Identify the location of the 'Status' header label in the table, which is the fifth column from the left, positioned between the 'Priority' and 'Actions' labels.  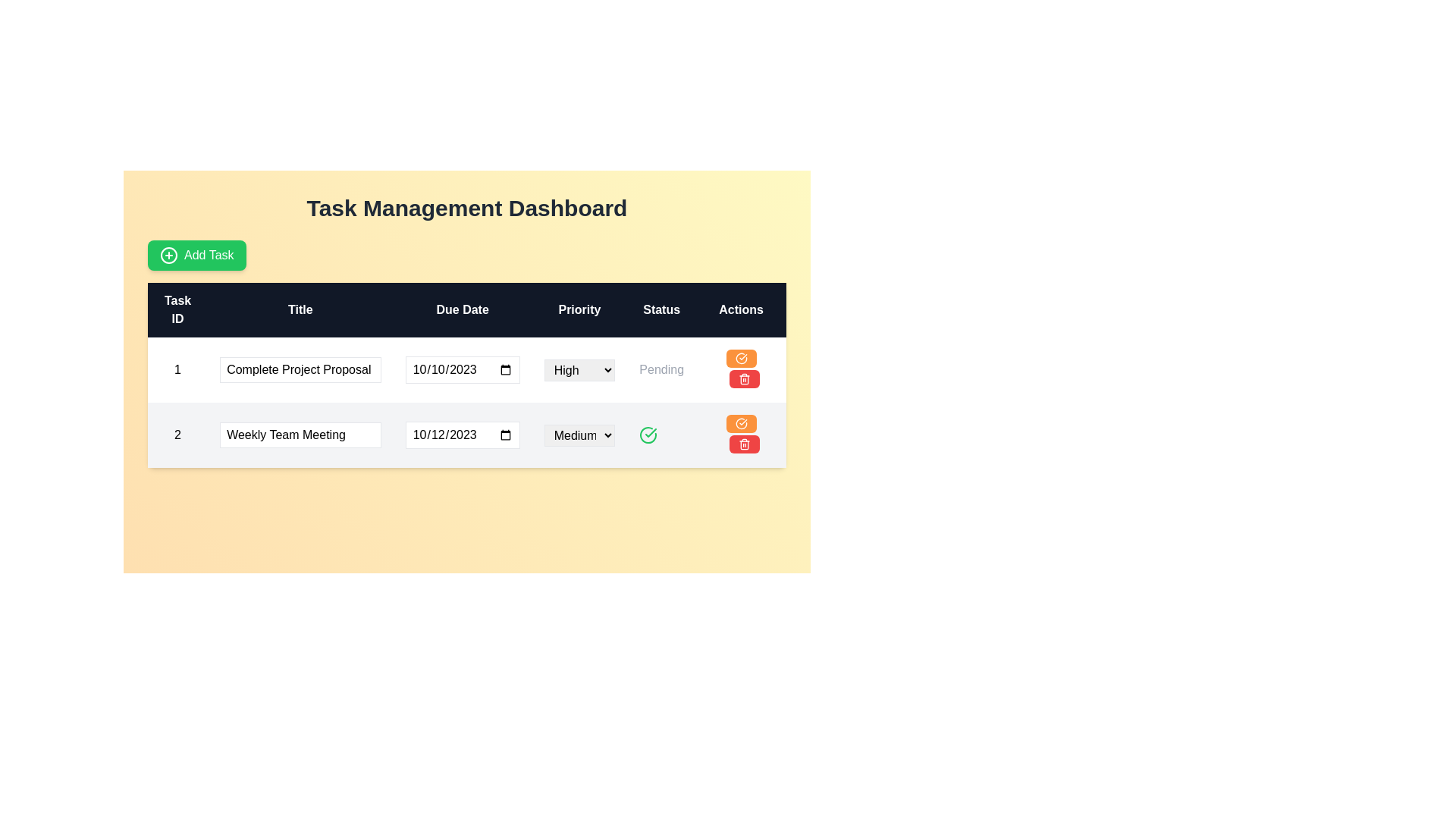
(661, 309).